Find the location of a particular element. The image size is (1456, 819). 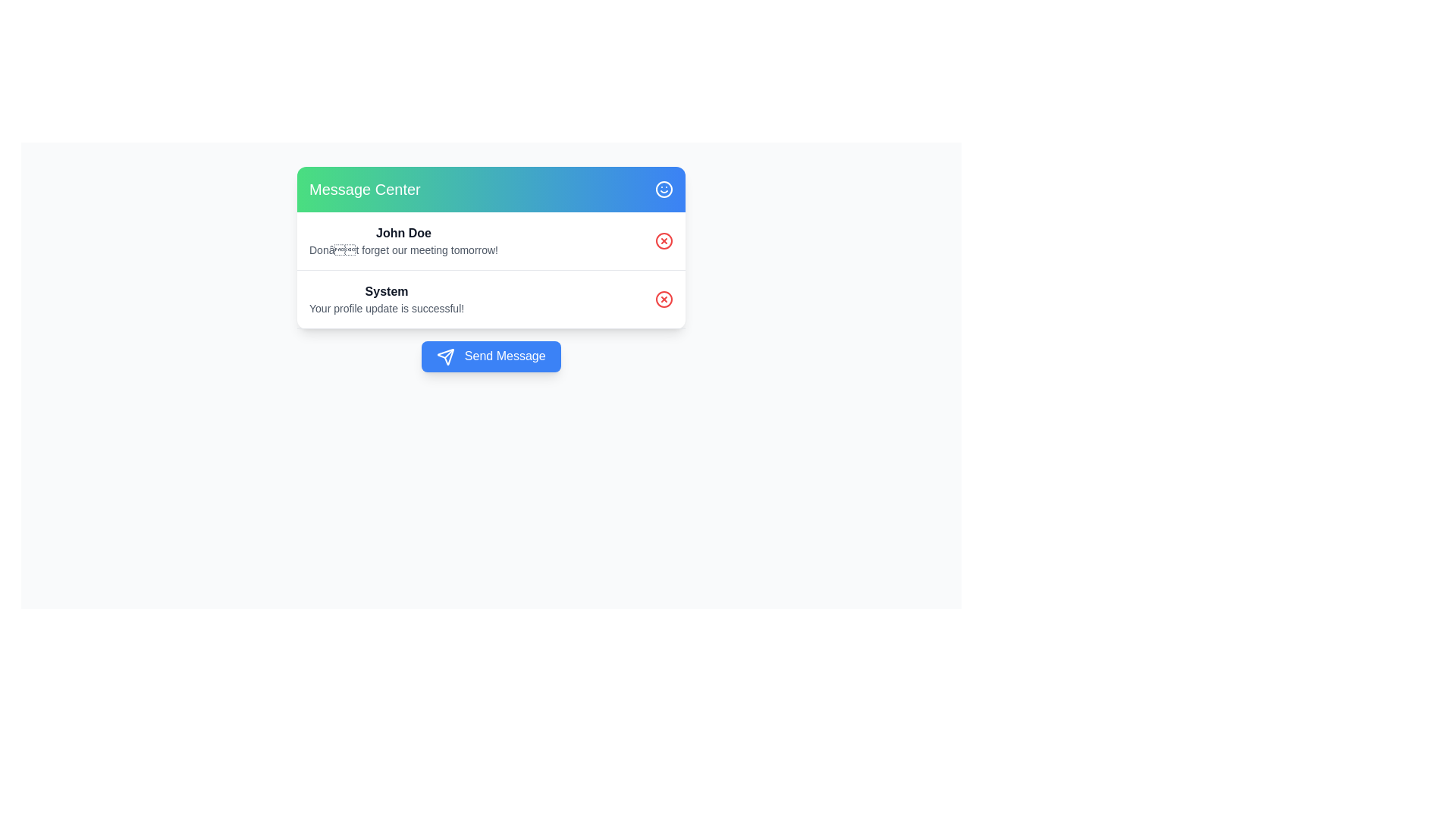

the red circular icon with a cross inside it, located next to the text 'Don’t forget our meeting tomorrow!' on the right side of the row displaying 'John Doe' is located at coordinates (664, 240).